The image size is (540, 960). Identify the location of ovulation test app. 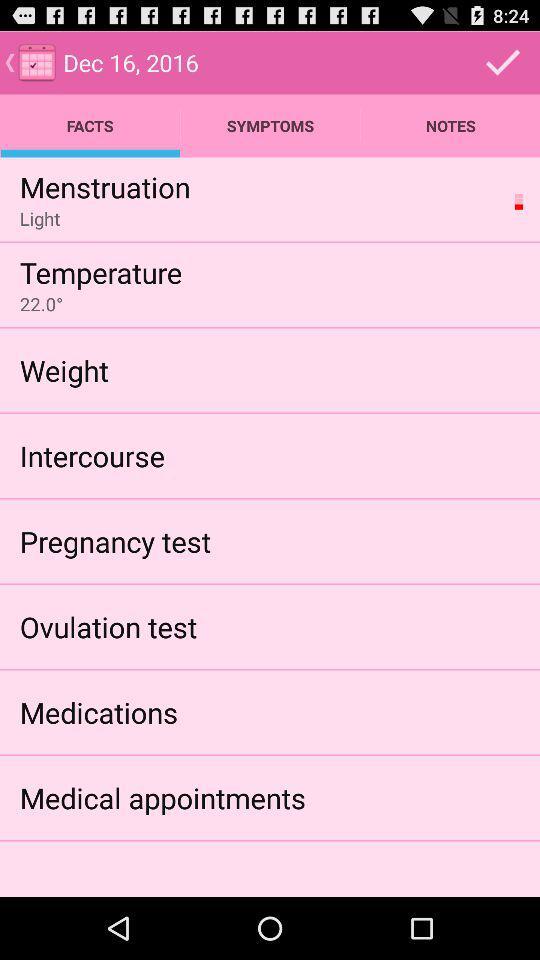
(108, 625).